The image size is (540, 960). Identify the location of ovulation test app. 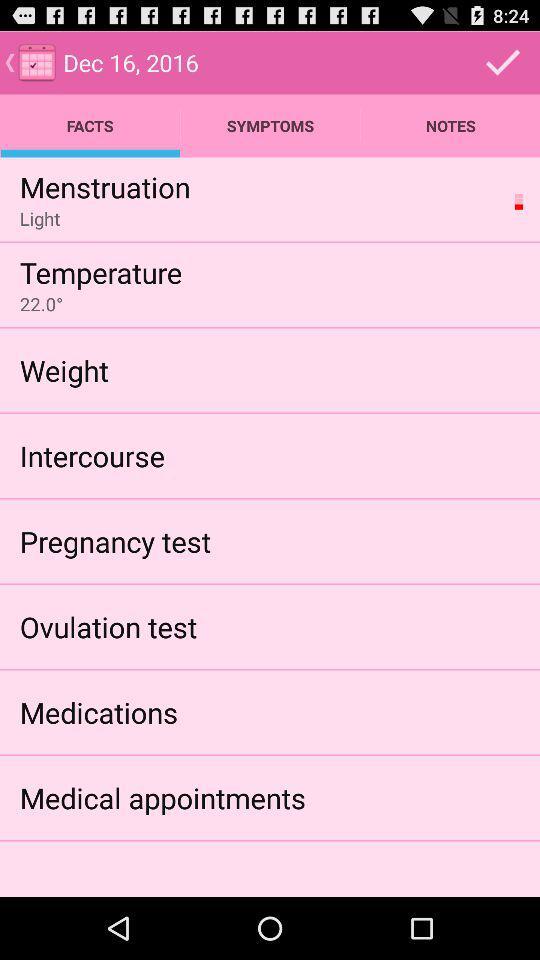
(108, 625).